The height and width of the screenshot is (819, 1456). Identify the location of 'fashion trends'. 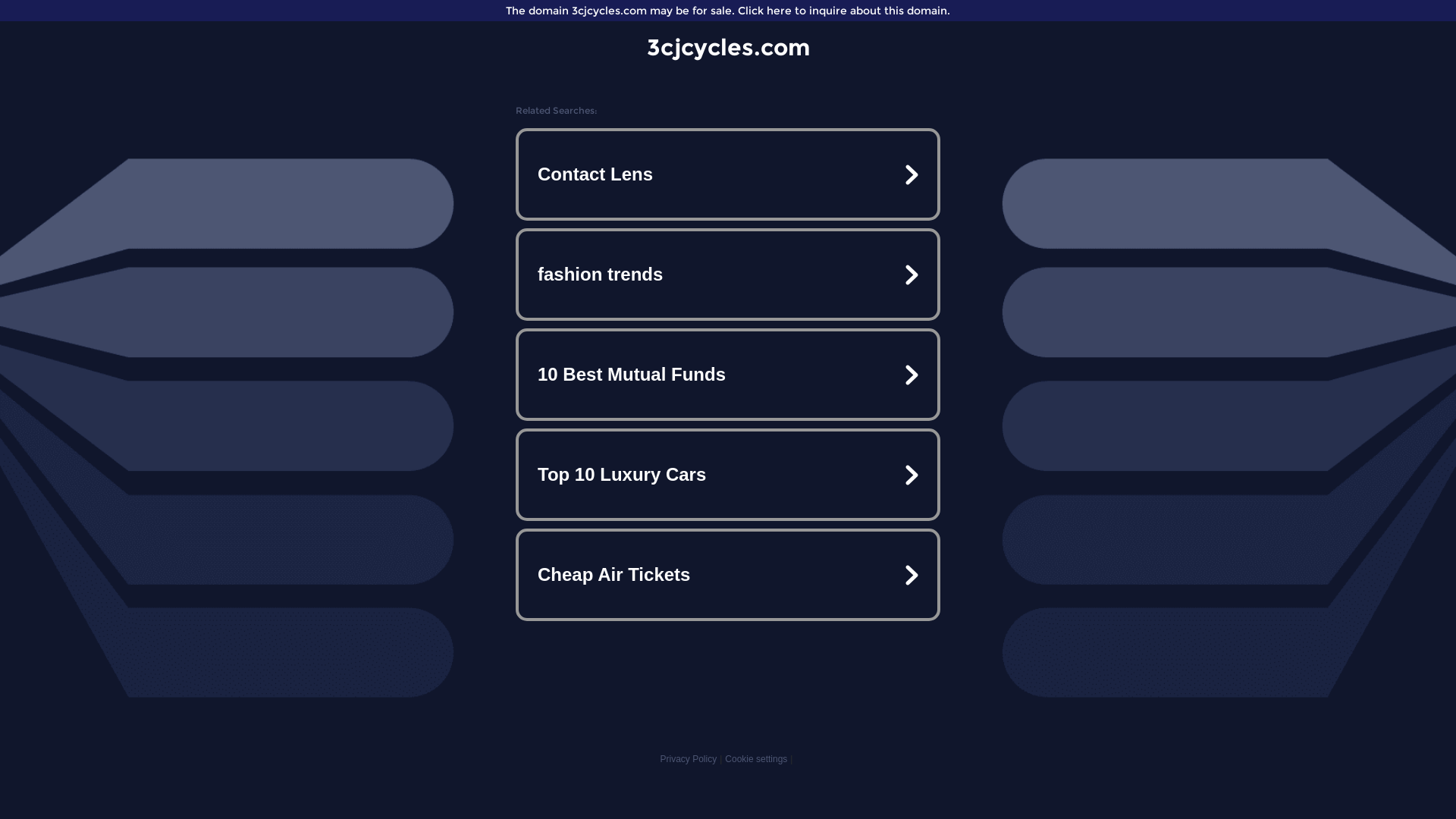
(728, 275).